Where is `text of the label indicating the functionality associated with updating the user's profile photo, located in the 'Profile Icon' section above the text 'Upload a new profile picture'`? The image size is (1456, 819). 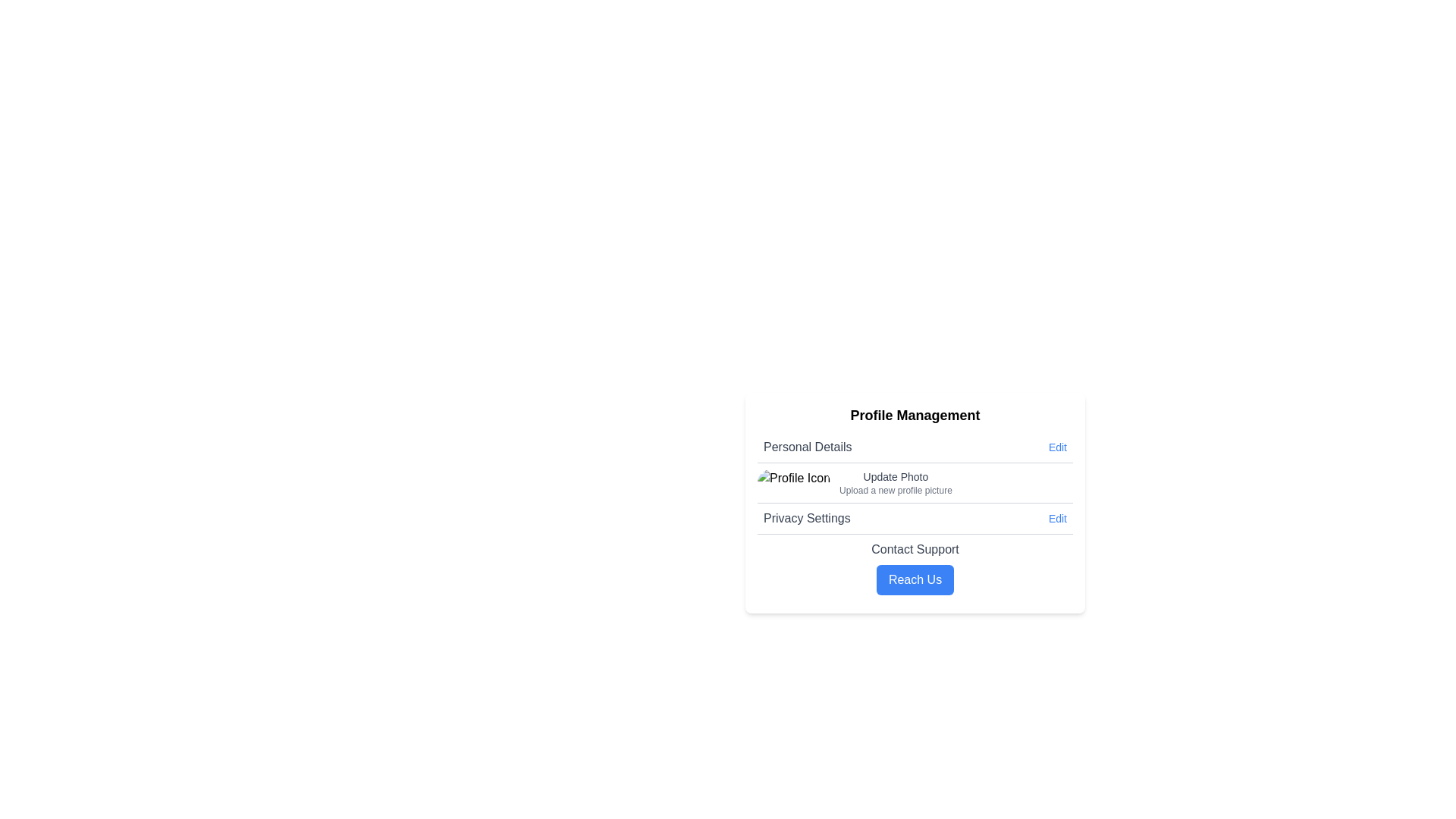 text of the label indicating the functionality associated with updating the user's profile photo, located in the 'Profile Icon' section above the text 'Upload a new profile picture' is located at coordinates (896, 475).